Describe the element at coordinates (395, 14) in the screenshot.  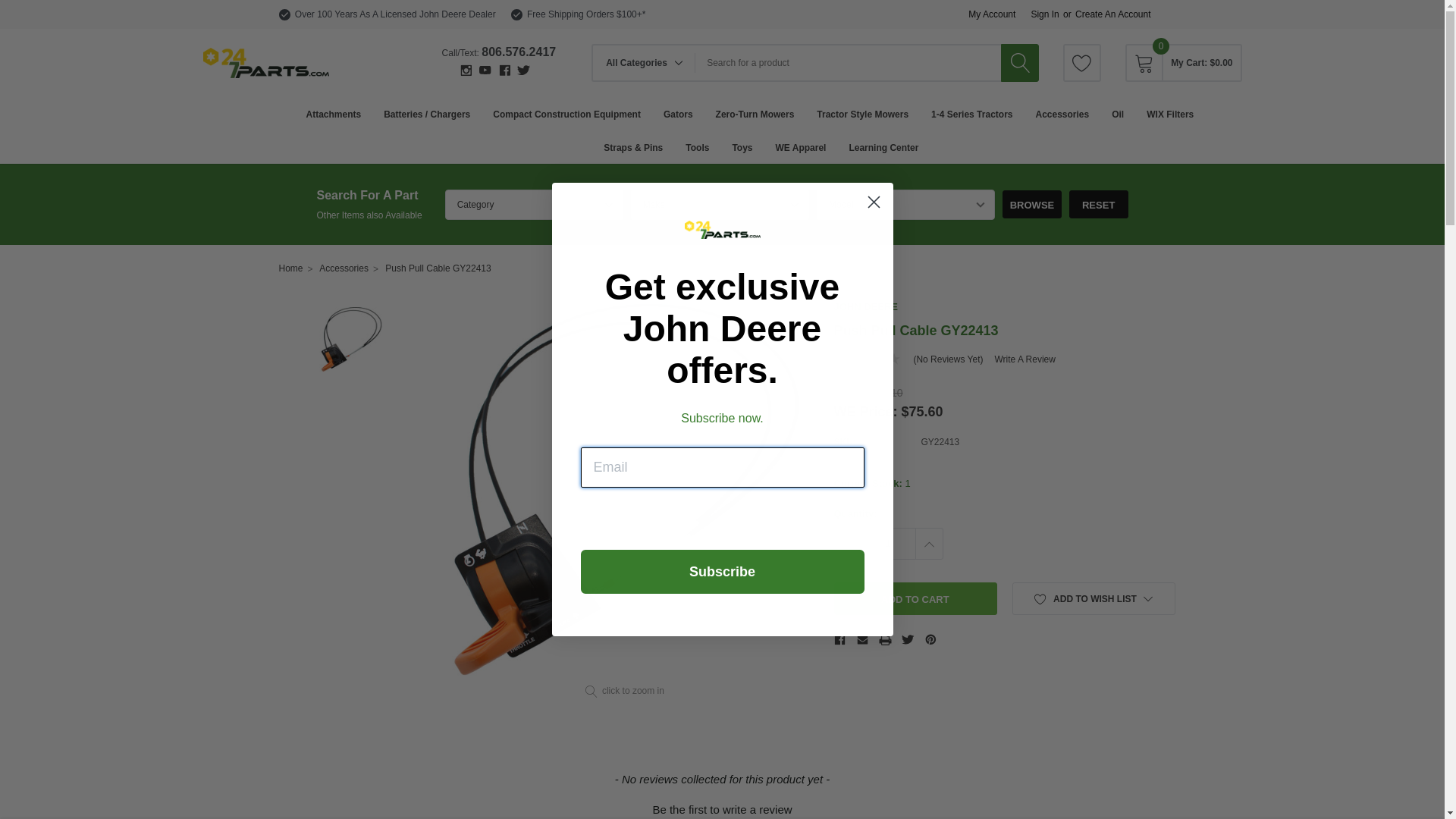
I see `'Over 100 Years As A Licensed John Deere Dealer'` at that location.